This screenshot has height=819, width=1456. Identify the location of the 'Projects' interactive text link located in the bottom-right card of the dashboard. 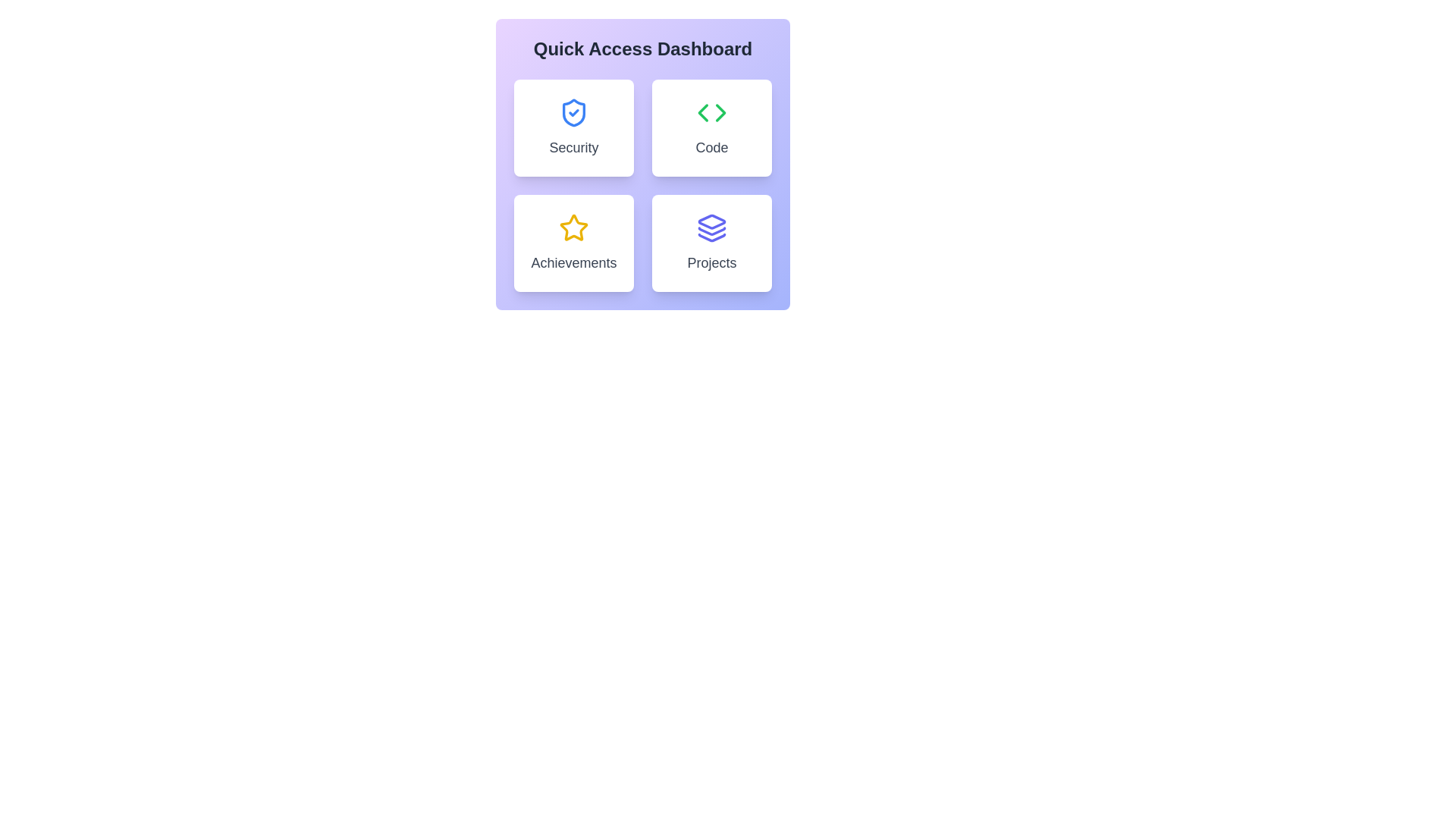
(711, 262).